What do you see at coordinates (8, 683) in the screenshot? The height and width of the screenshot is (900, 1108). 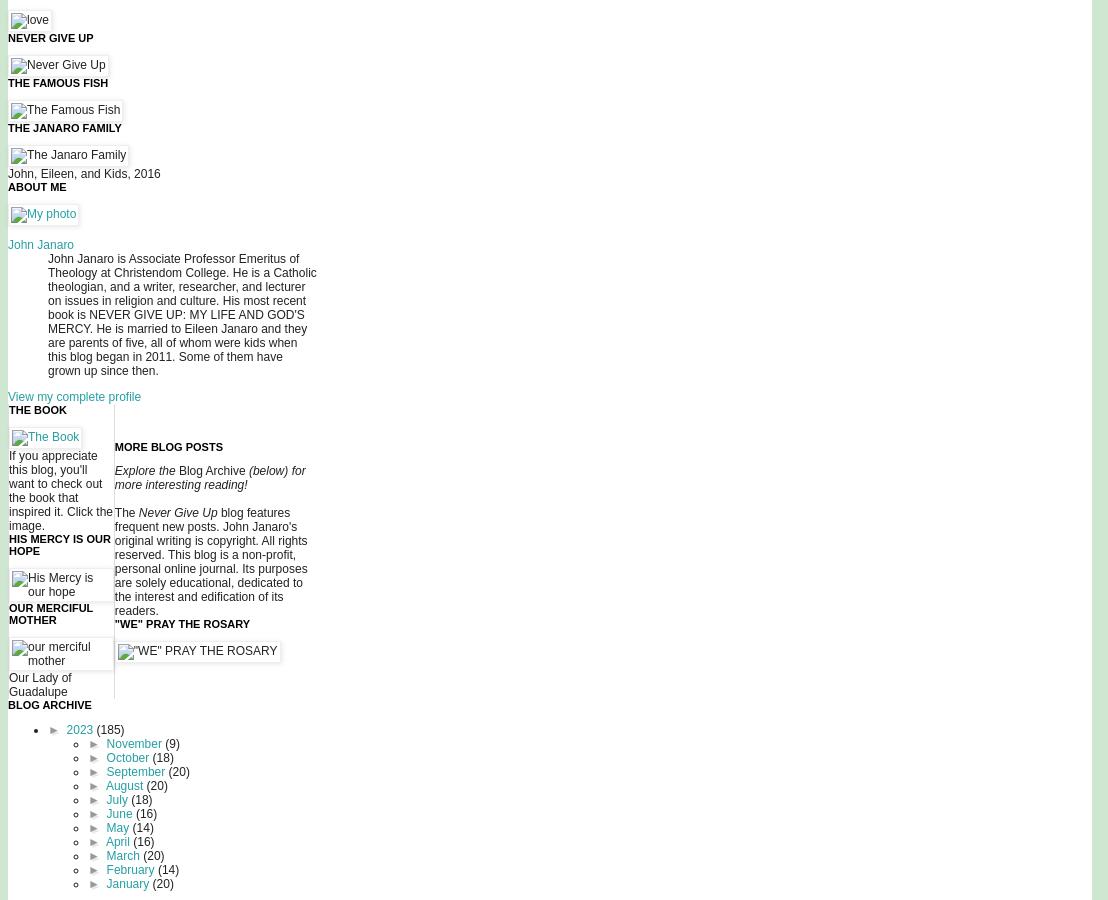 I see `'Our Lady of Guadalupe'` at bounding box center [8, 683].